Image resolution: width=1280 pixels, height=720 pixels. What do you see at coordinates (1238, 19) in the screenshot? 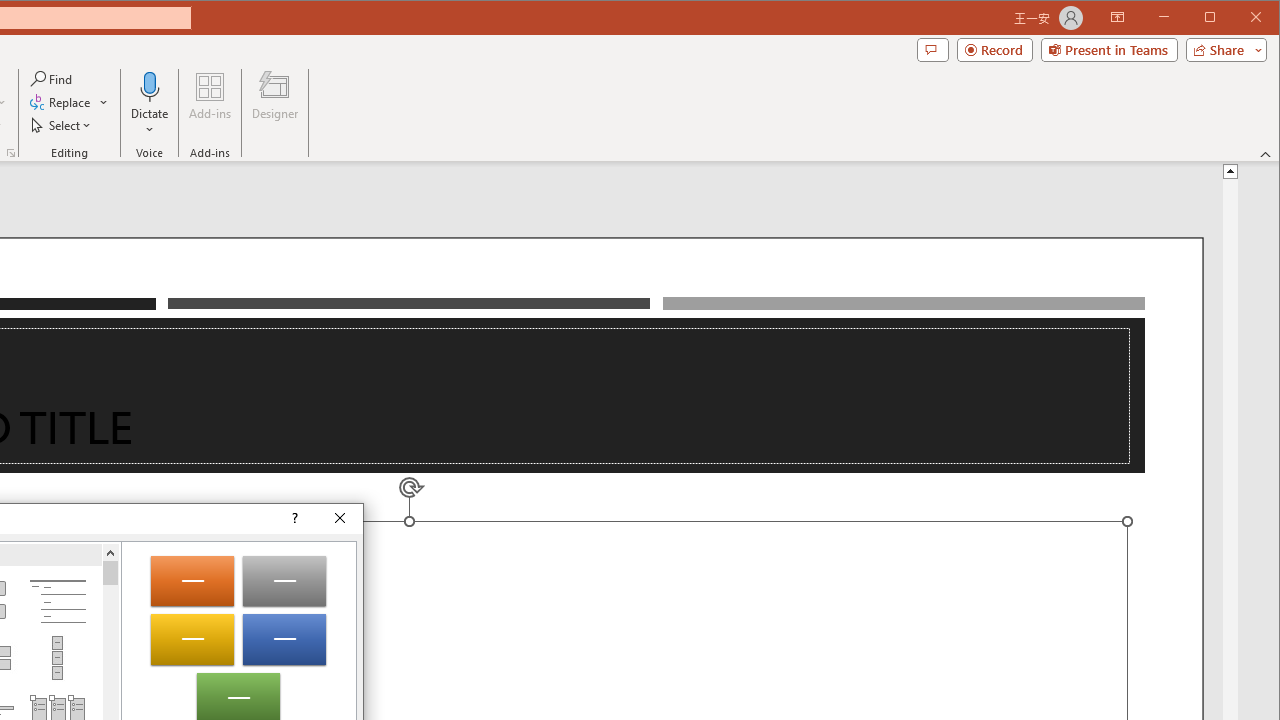
I see `'Maximize'` at bounding box center [1238, 19].